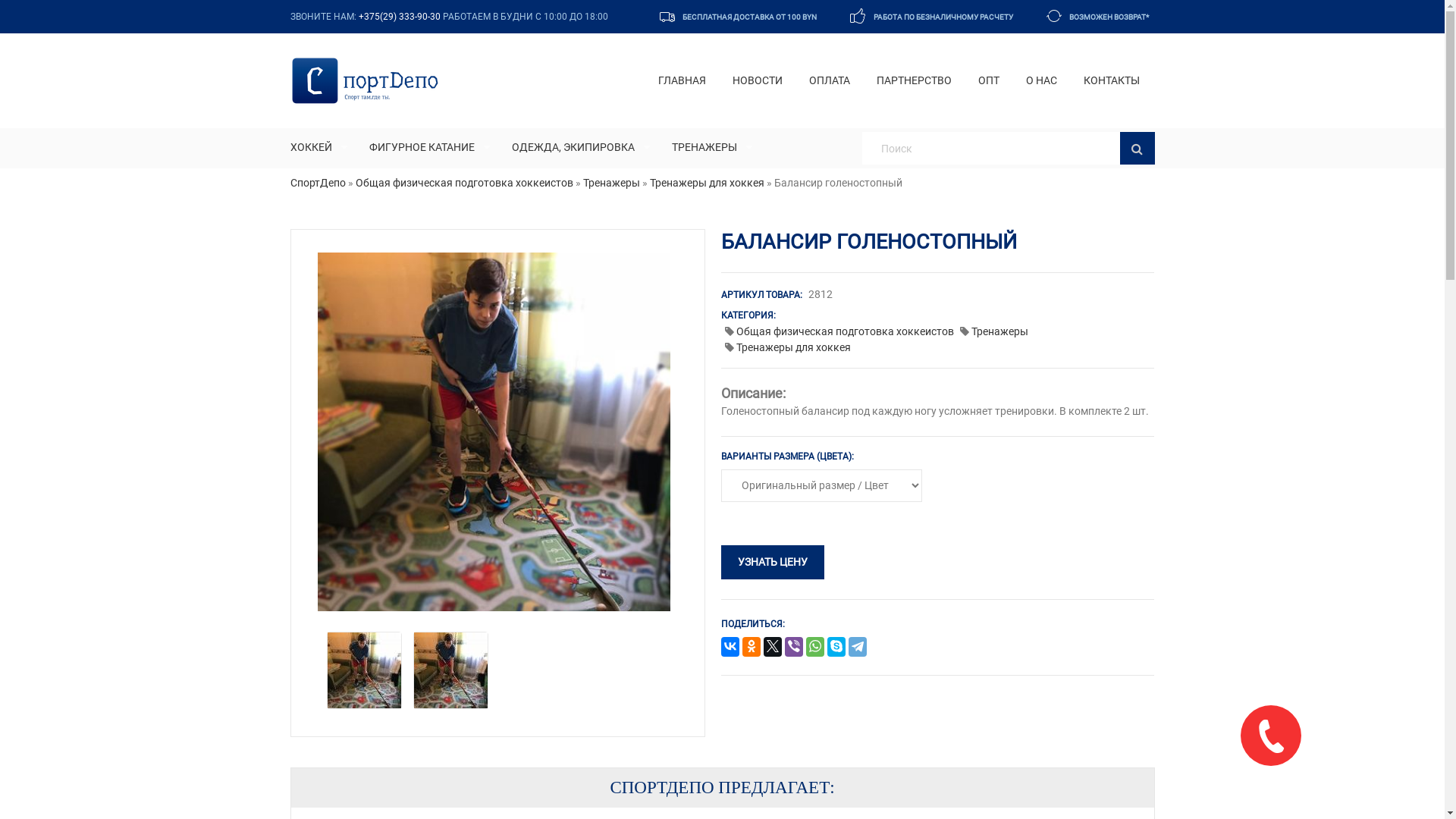  What do you see at coordinates (814, 647) in the screenshot?
I see `'WhatsApp'` at bounding box center [814, 647].